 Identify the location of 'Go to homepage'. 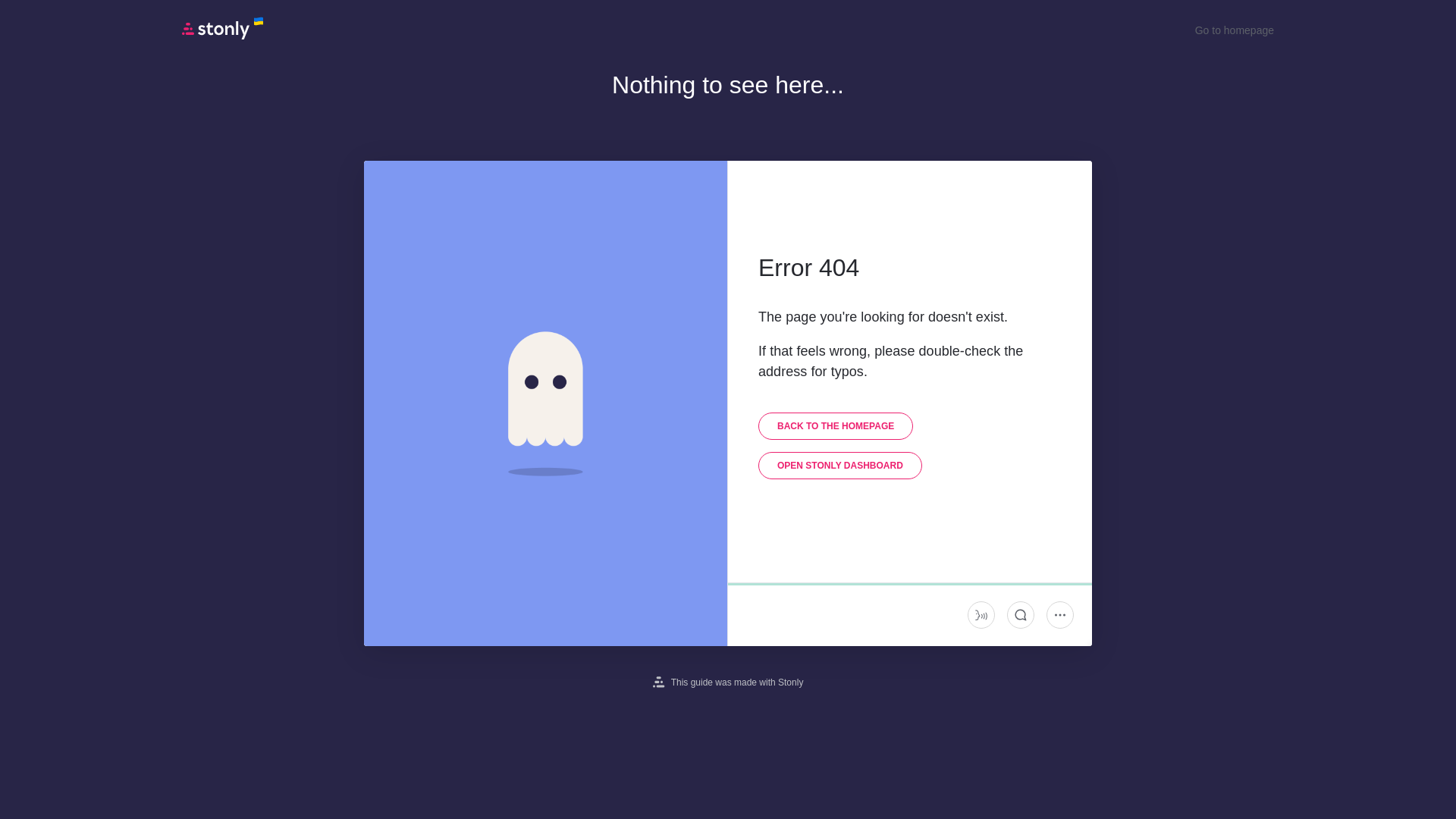
(1234, 30).